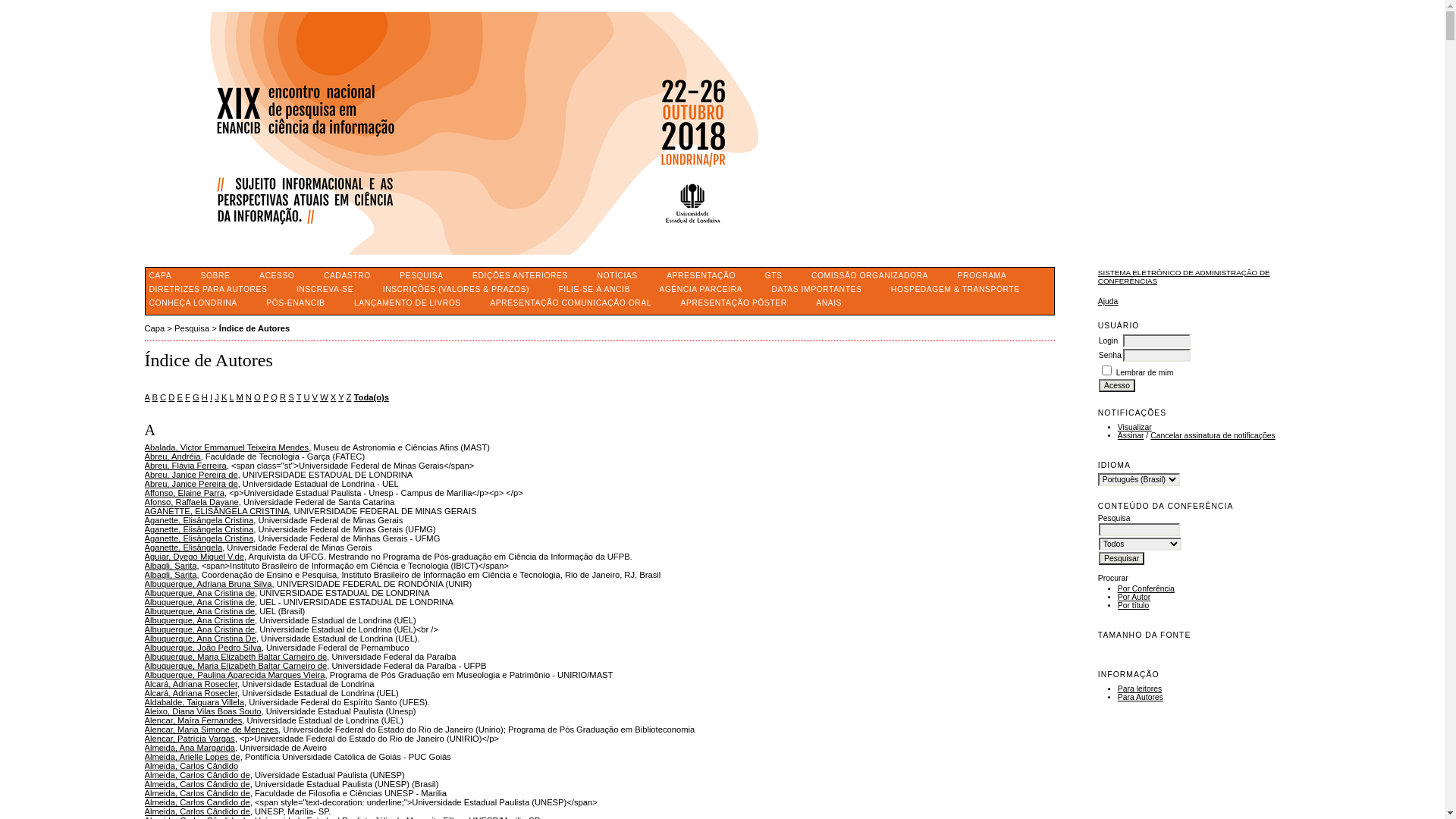 This screenshot has height=819, width=1456. I want to click on 'K', so click(221, 397).